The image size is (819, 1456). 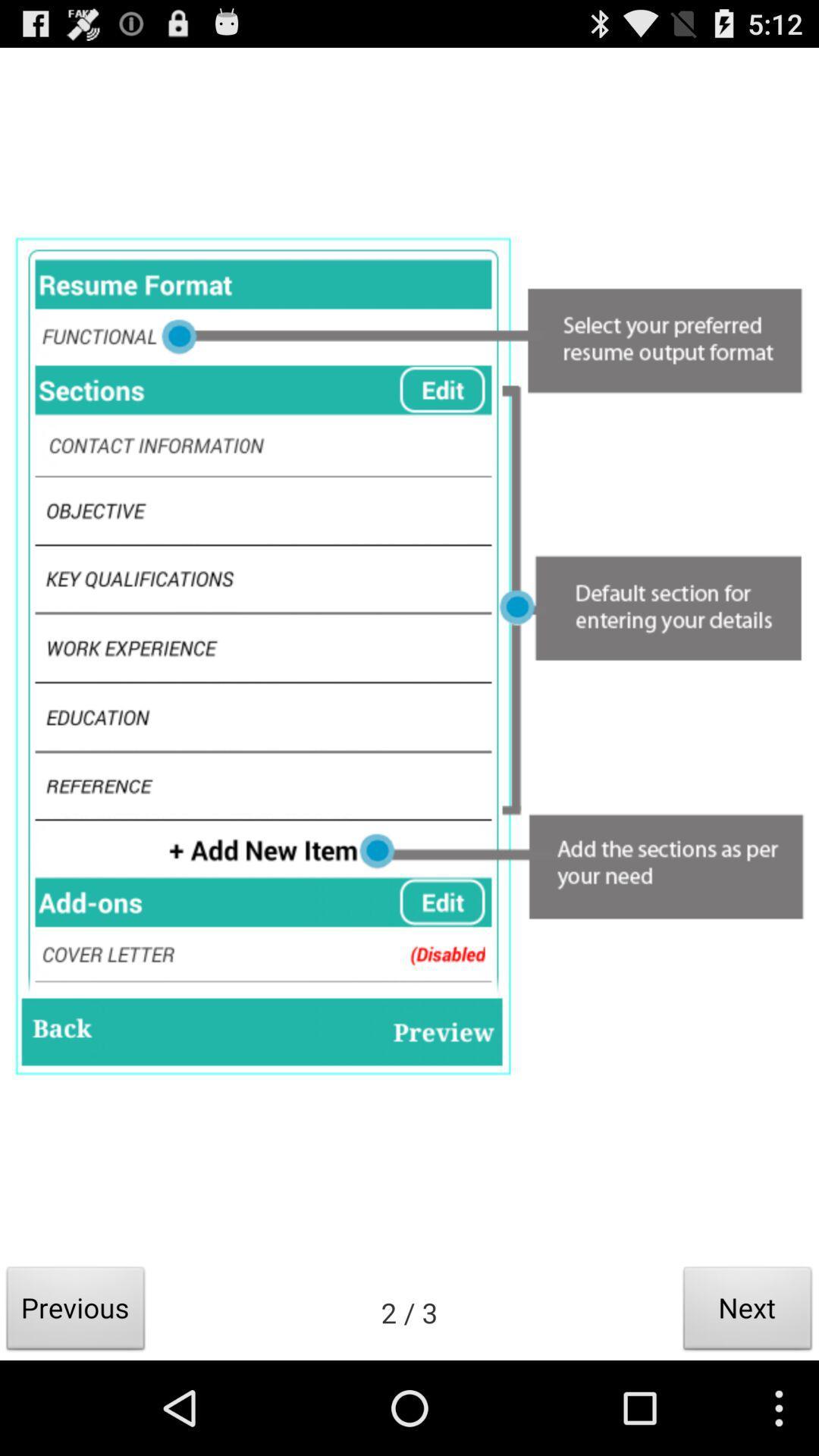 What do you see at coordinates (747, 1312) in the screenshot?
I see `the icon to the right of the 2 / 3 item` at bounding box center [747, 1312].